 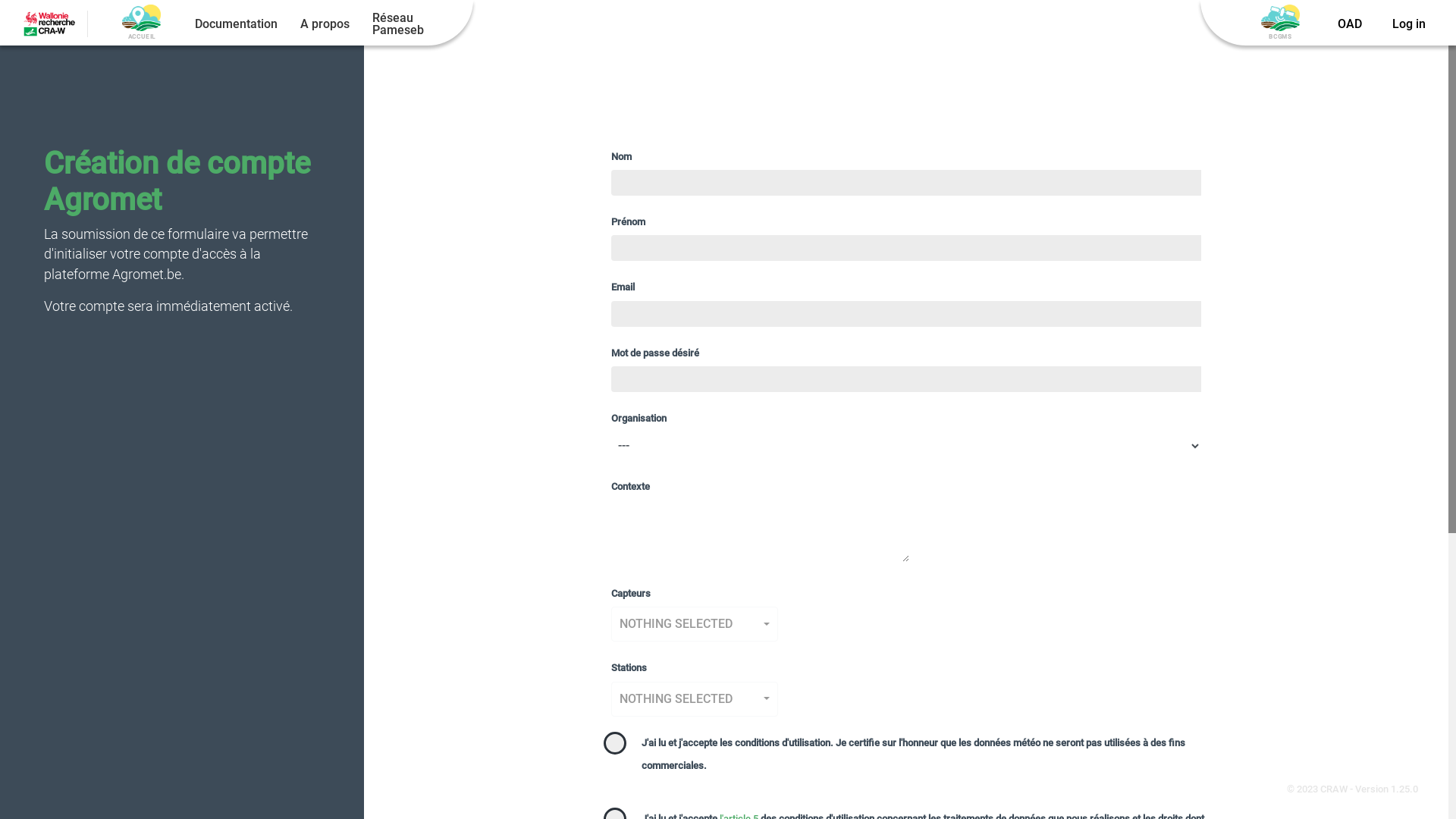 I want to click on 'OAD', so click(x=1350, y=24).